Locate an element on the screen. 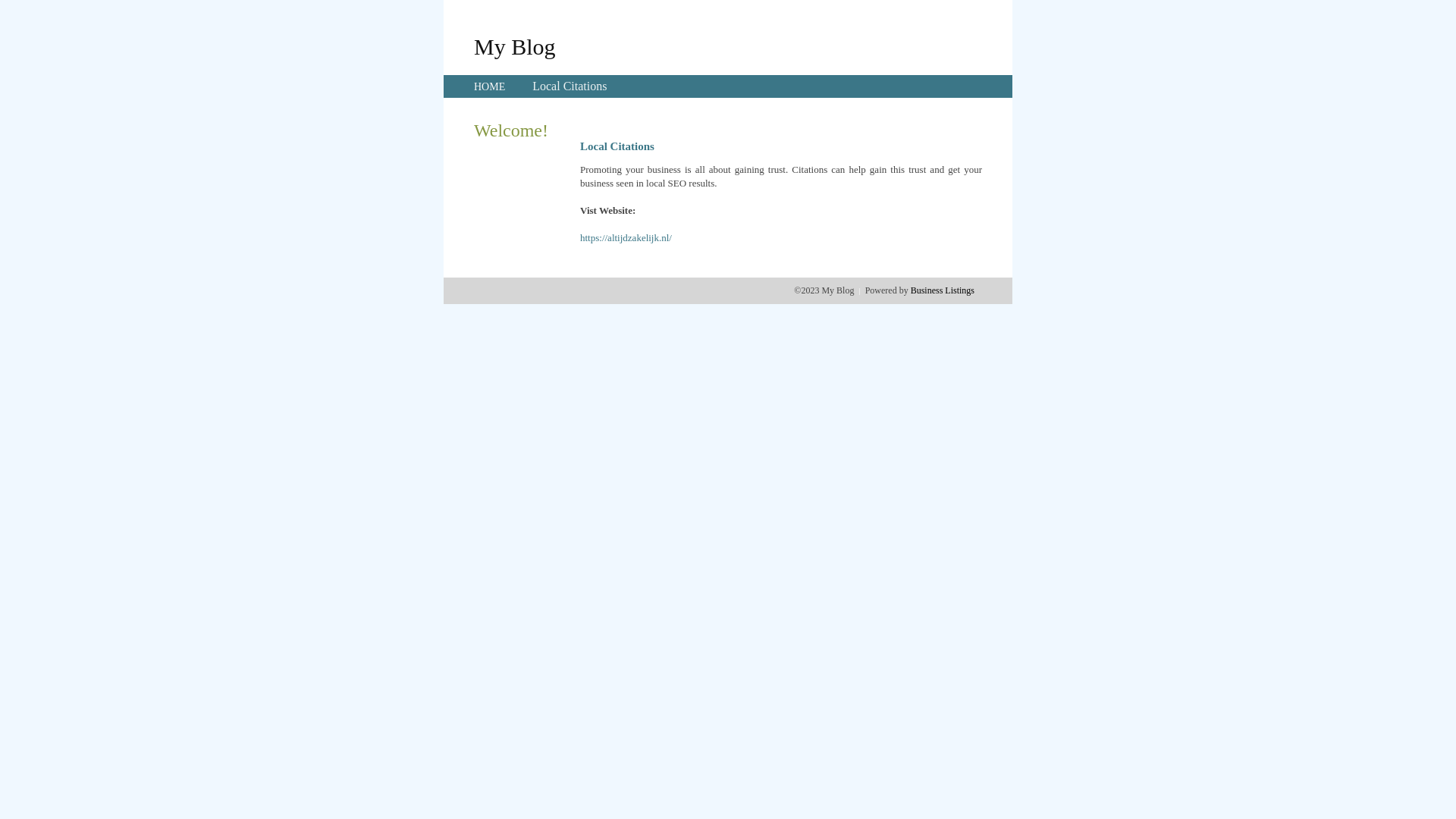  'HOME' is located at coordinates (489, 86).